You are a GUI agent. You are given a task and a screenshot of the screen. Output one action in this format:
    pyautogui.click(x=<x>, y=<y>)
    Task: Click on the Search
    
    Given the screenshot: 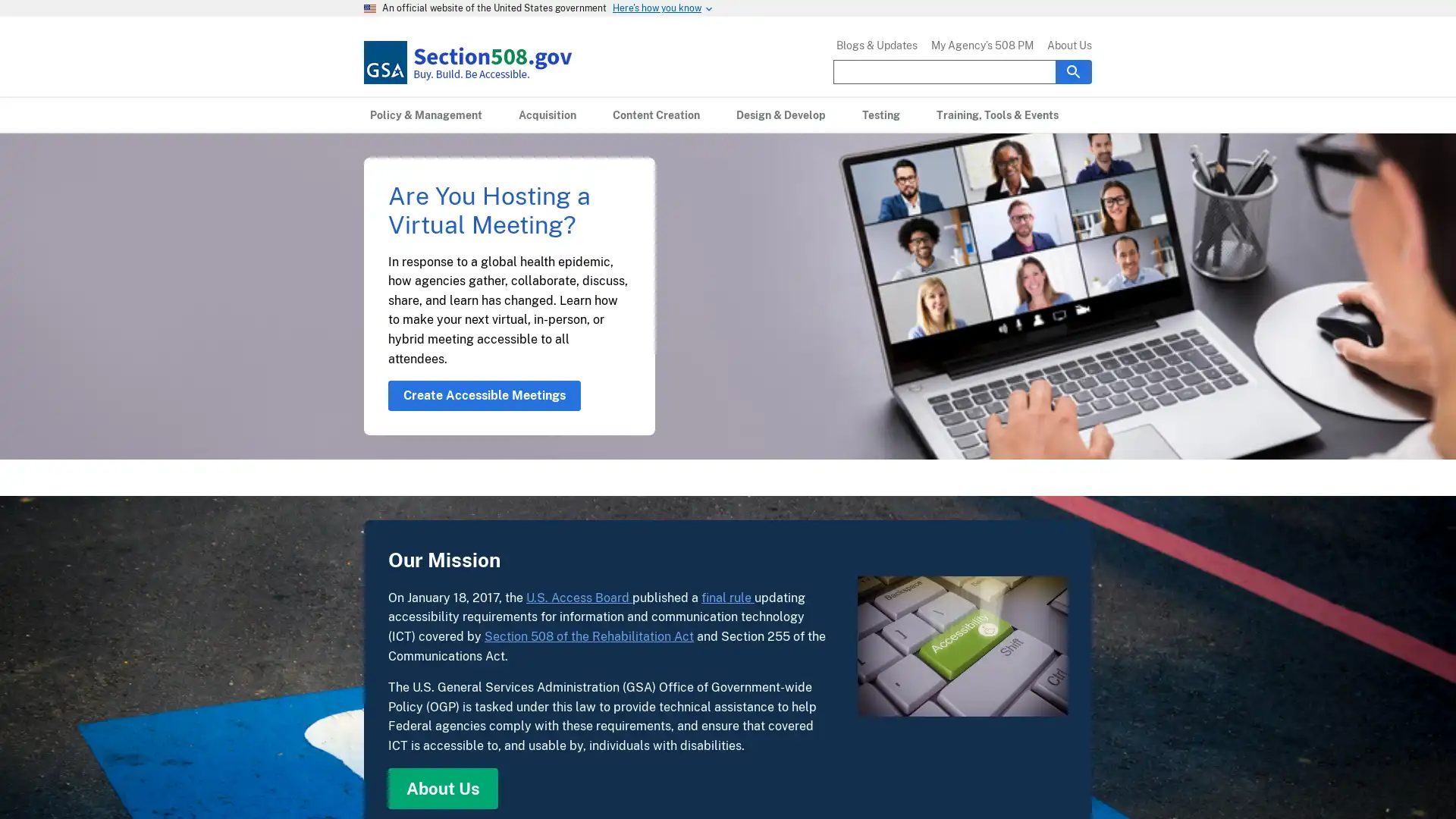 What is the action you would take?
    pyautogui.click(x=1073, y=71)
    